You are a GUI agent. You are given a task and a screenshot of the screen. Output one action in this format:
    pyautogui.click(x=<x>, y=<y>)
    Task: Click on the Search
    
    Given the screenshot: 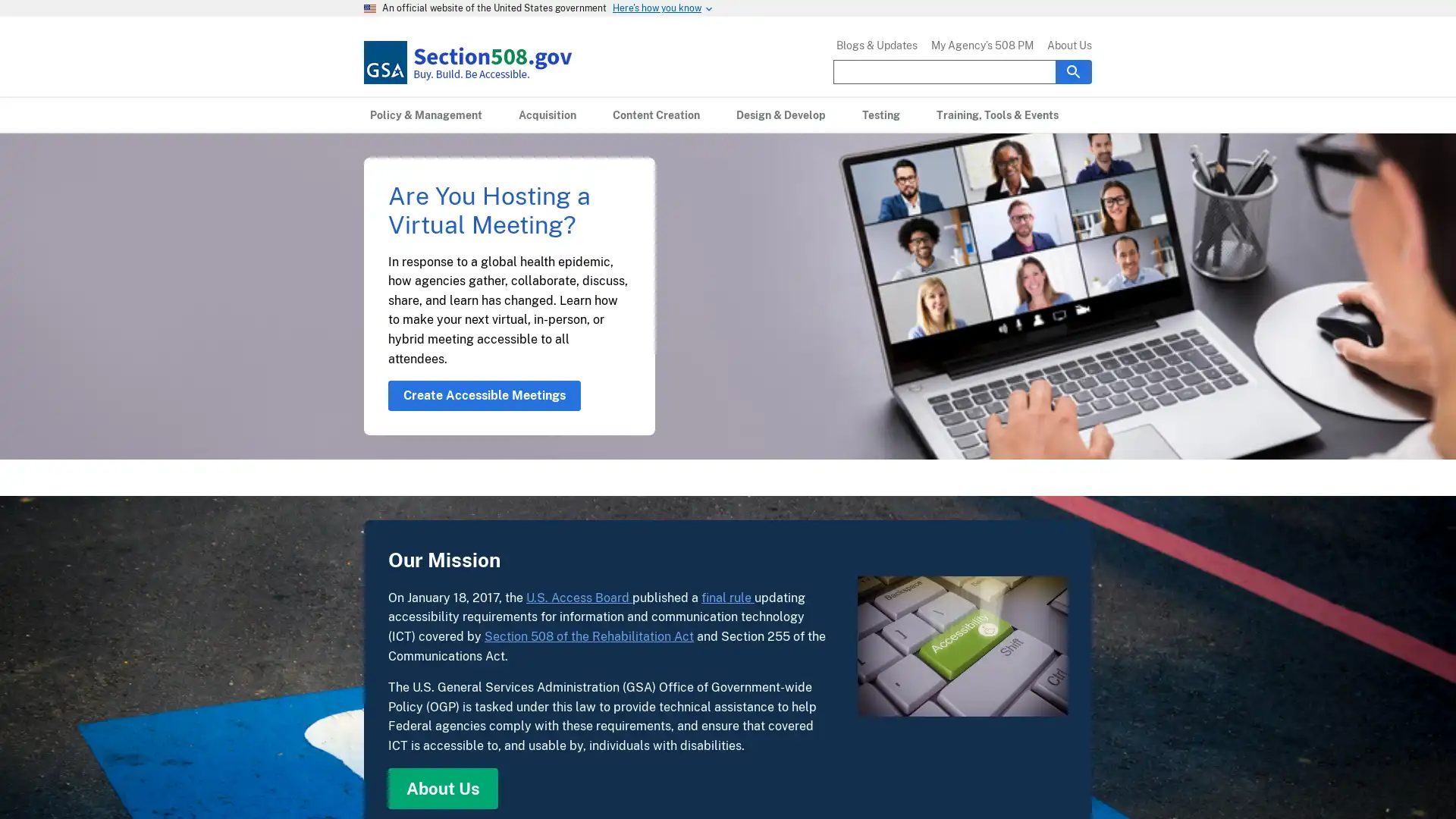 What is the action you would take?
    pyautogui.click(x=1073, y=71)
    